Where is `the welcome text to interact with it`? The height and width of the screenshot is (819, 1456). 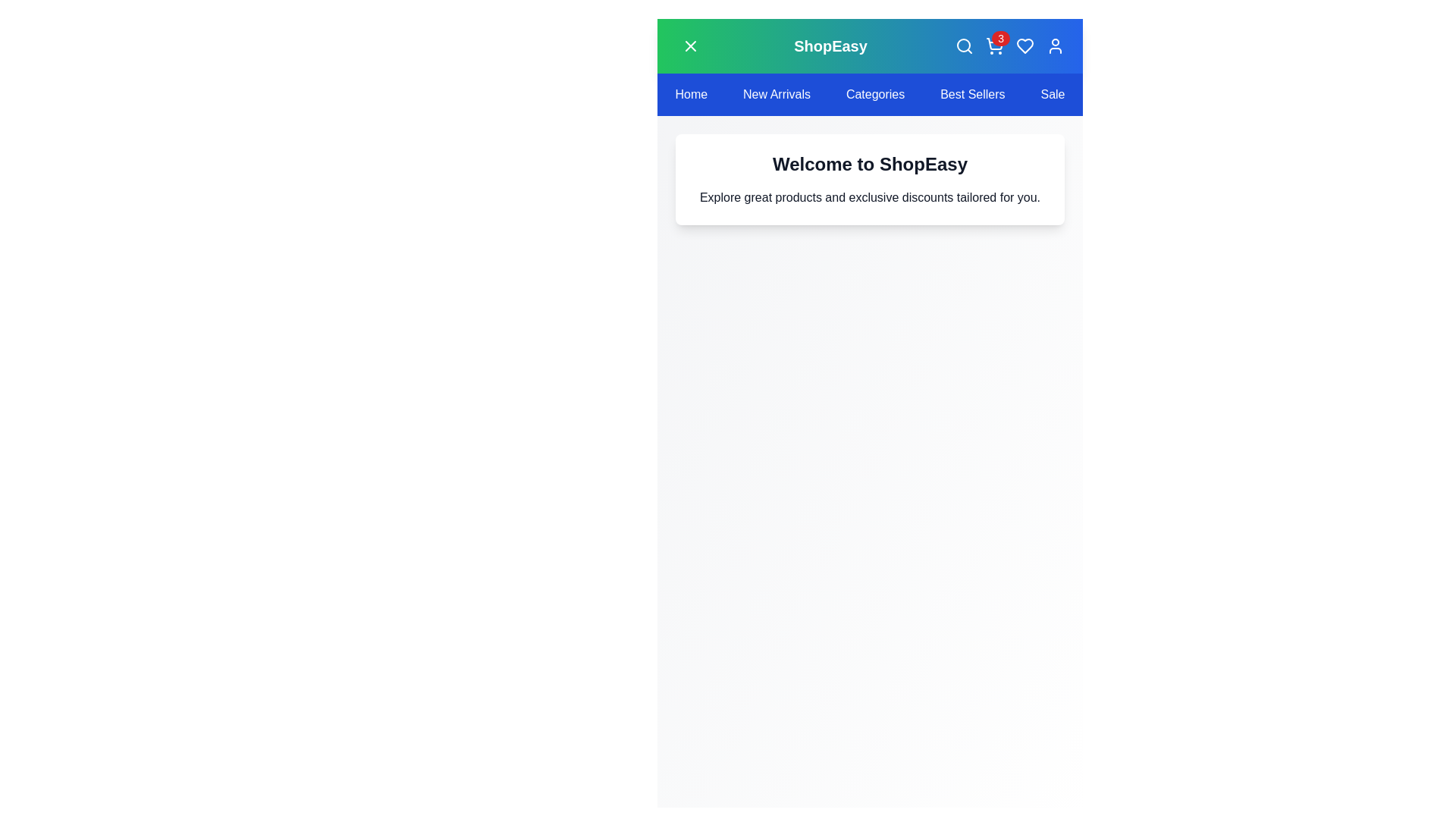
the welcome text to interact with it is located at coordinates (870, 178).